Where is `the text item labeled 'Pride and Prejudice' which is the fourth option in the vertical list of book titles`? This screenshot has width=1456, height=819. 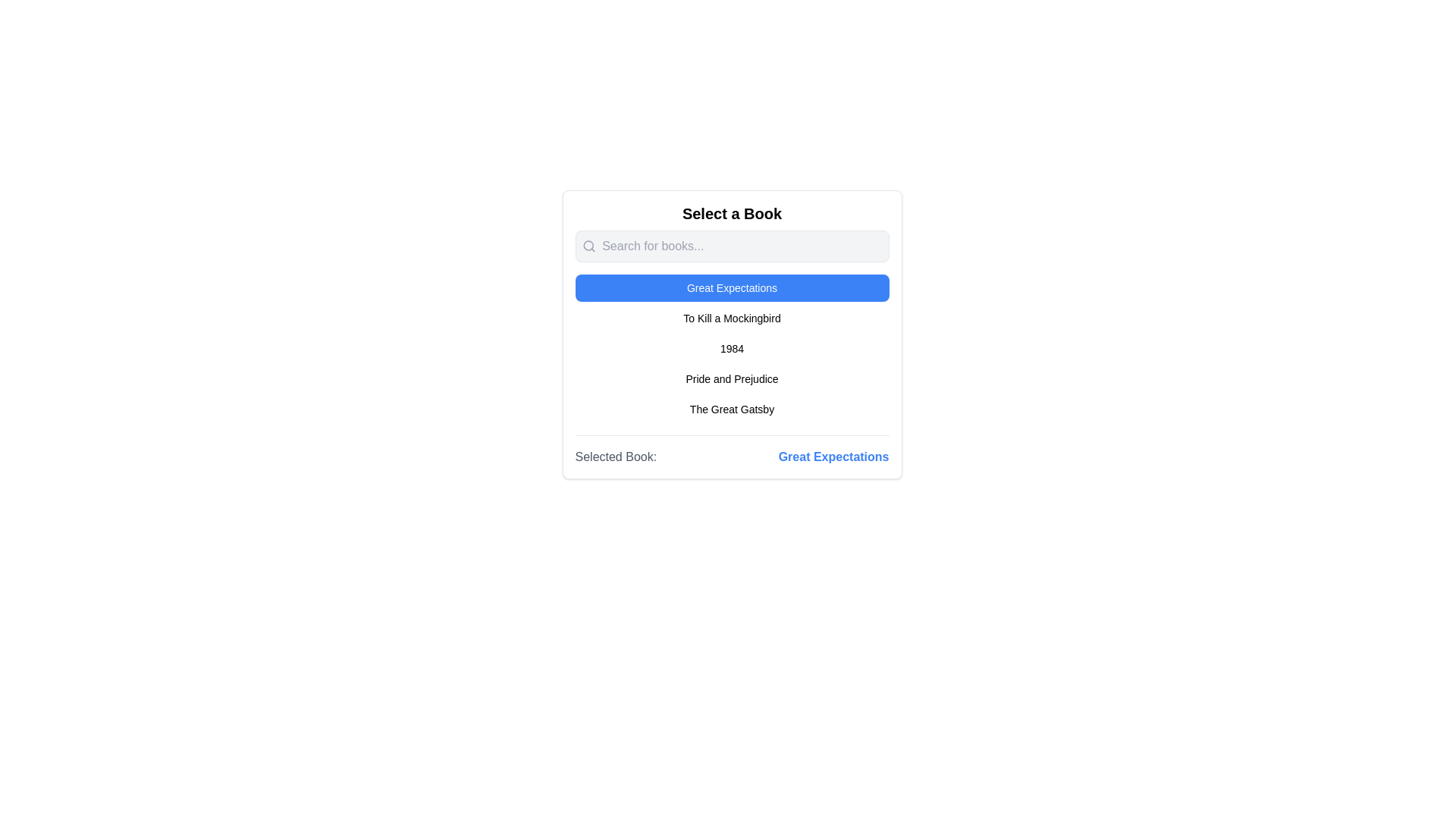
the text item labeled 'Pride and Prejudice' which is the fourth option in the vertical list of book titles is located at coordinates (732, 378).